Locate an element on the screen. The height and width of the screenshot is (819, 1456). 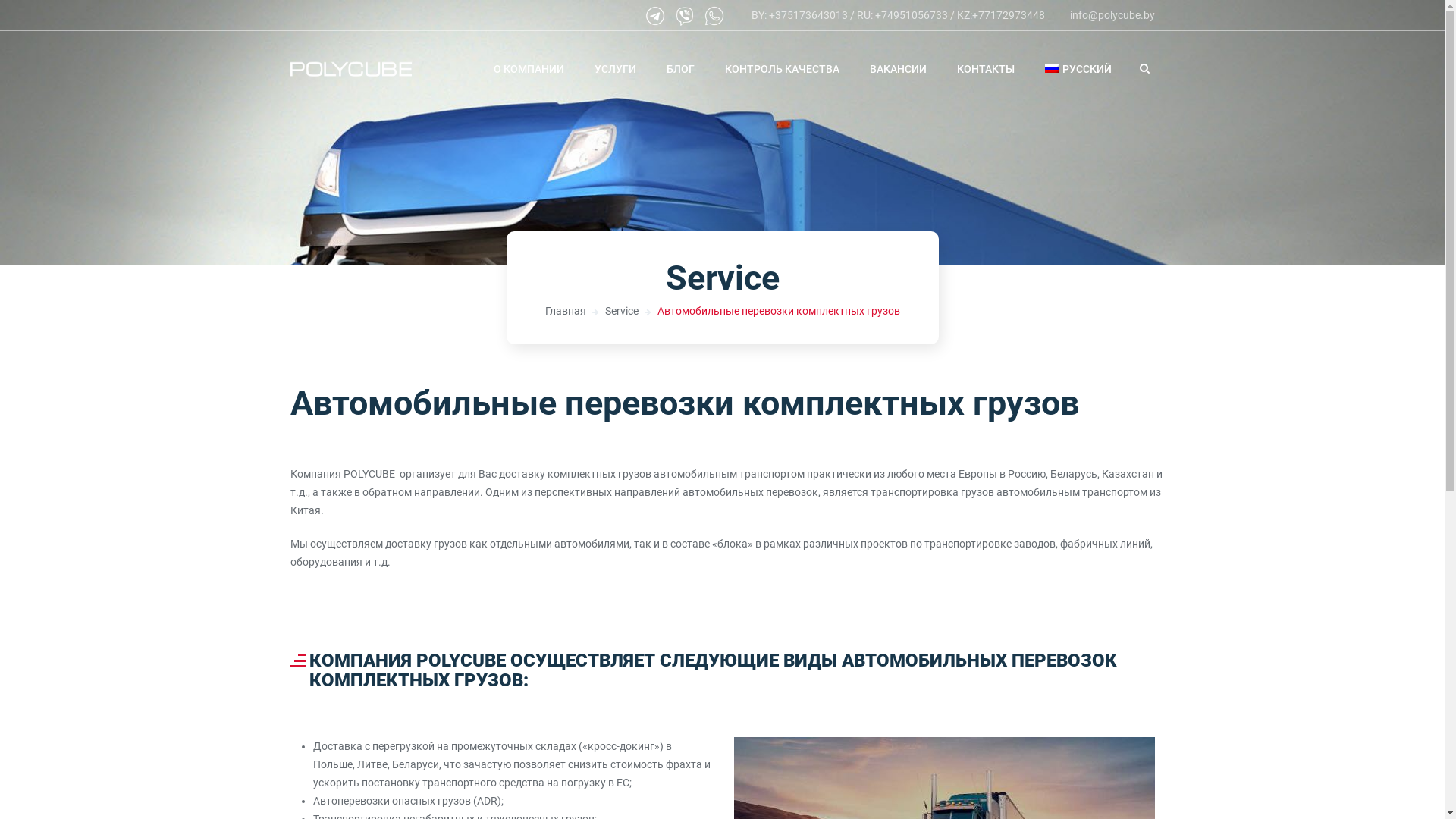
'POLYCUBE' is located at coordinates (341, 472).